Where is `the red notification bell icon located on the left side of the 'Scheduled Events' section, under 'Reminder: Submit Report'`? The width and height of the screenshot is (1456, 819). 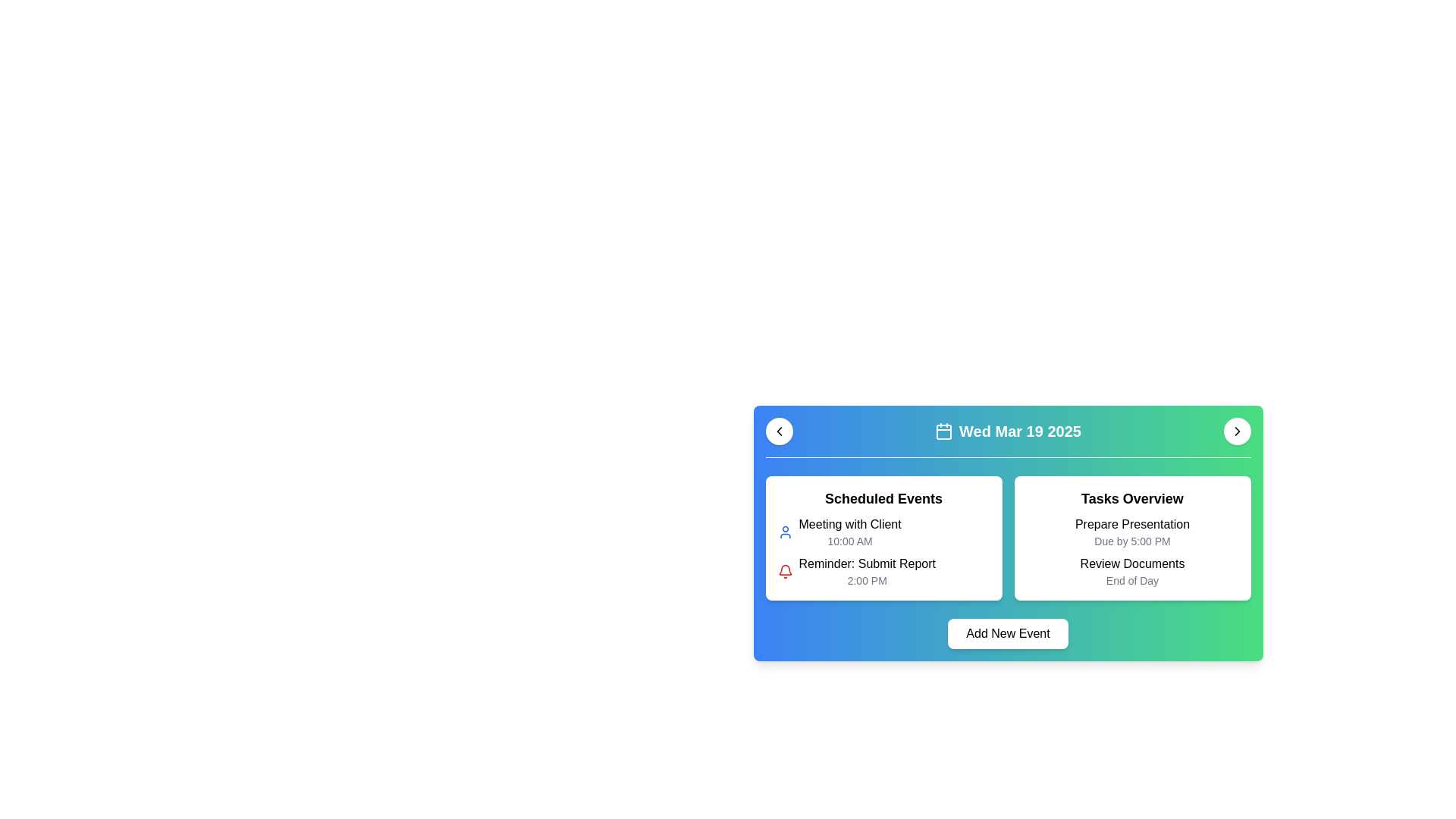
the red notification bell icon located on the left side of the 'Scheduled Events' section, under 'Reminder: Submit Report' is located at coordinates (785, 571).